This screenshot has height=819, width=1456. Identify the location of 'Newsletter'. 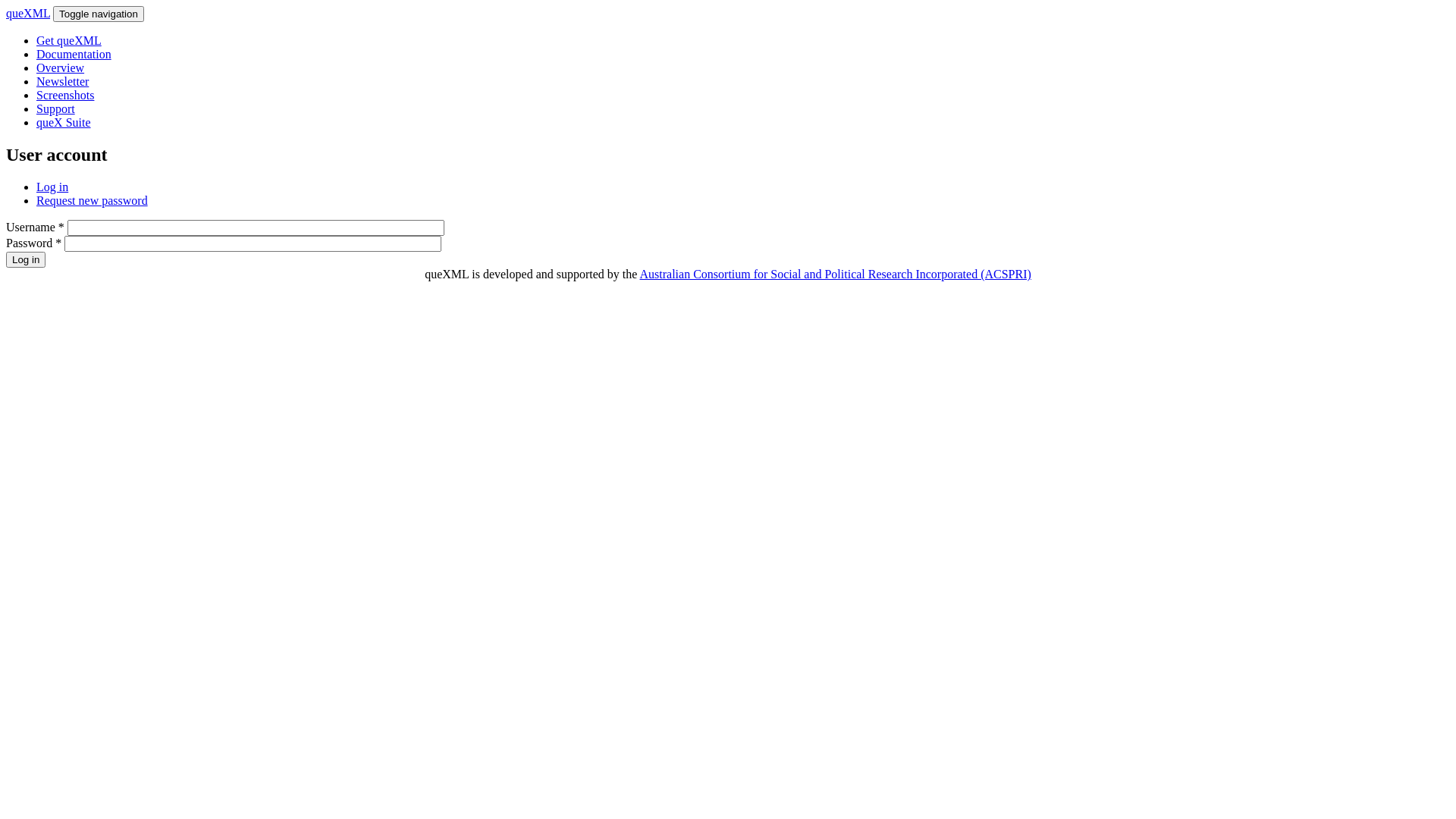
(36, 81).